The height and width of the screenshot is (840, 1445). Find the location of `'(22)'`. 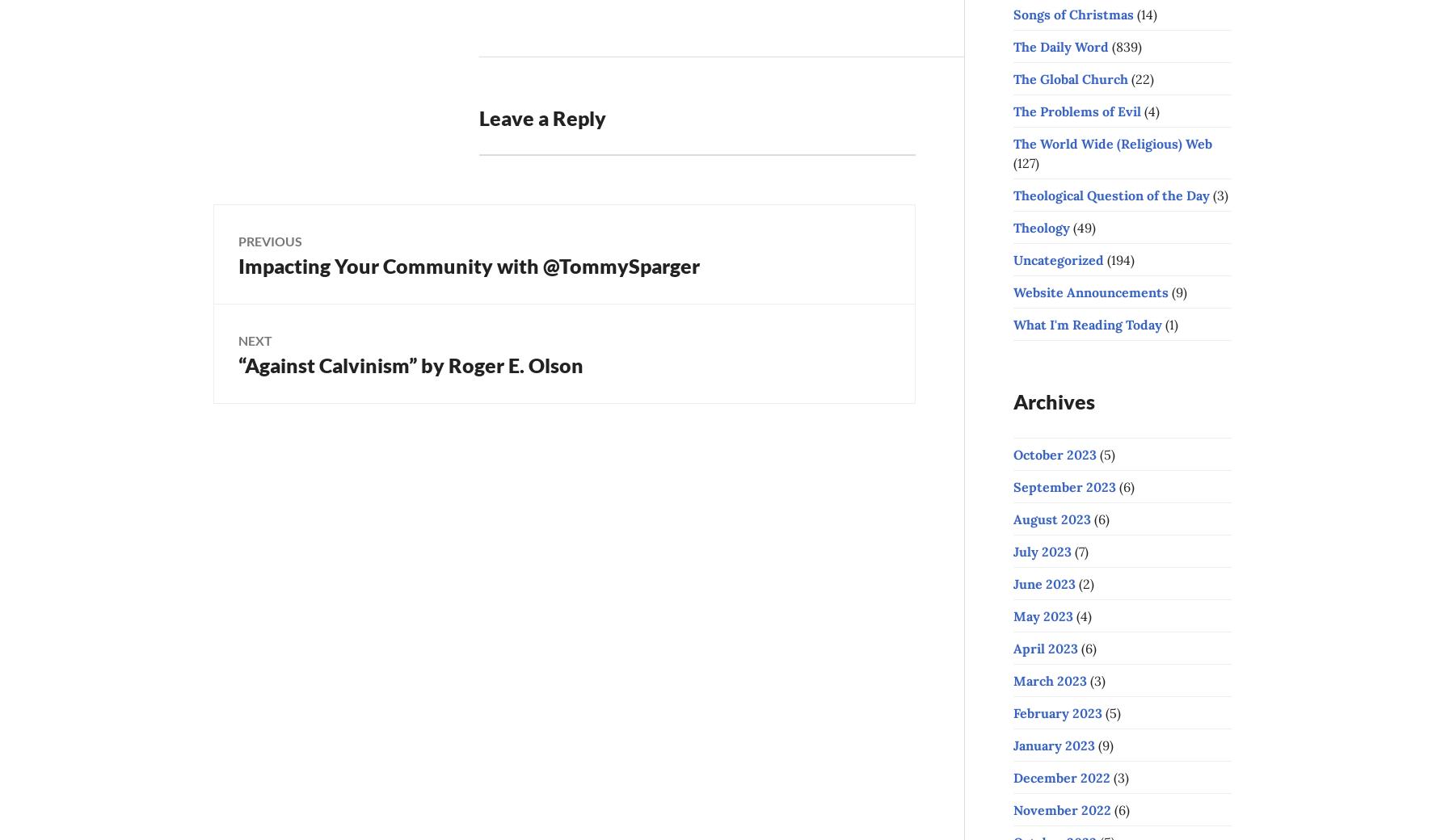

'(22)' is located at coordinates (1128, 78).